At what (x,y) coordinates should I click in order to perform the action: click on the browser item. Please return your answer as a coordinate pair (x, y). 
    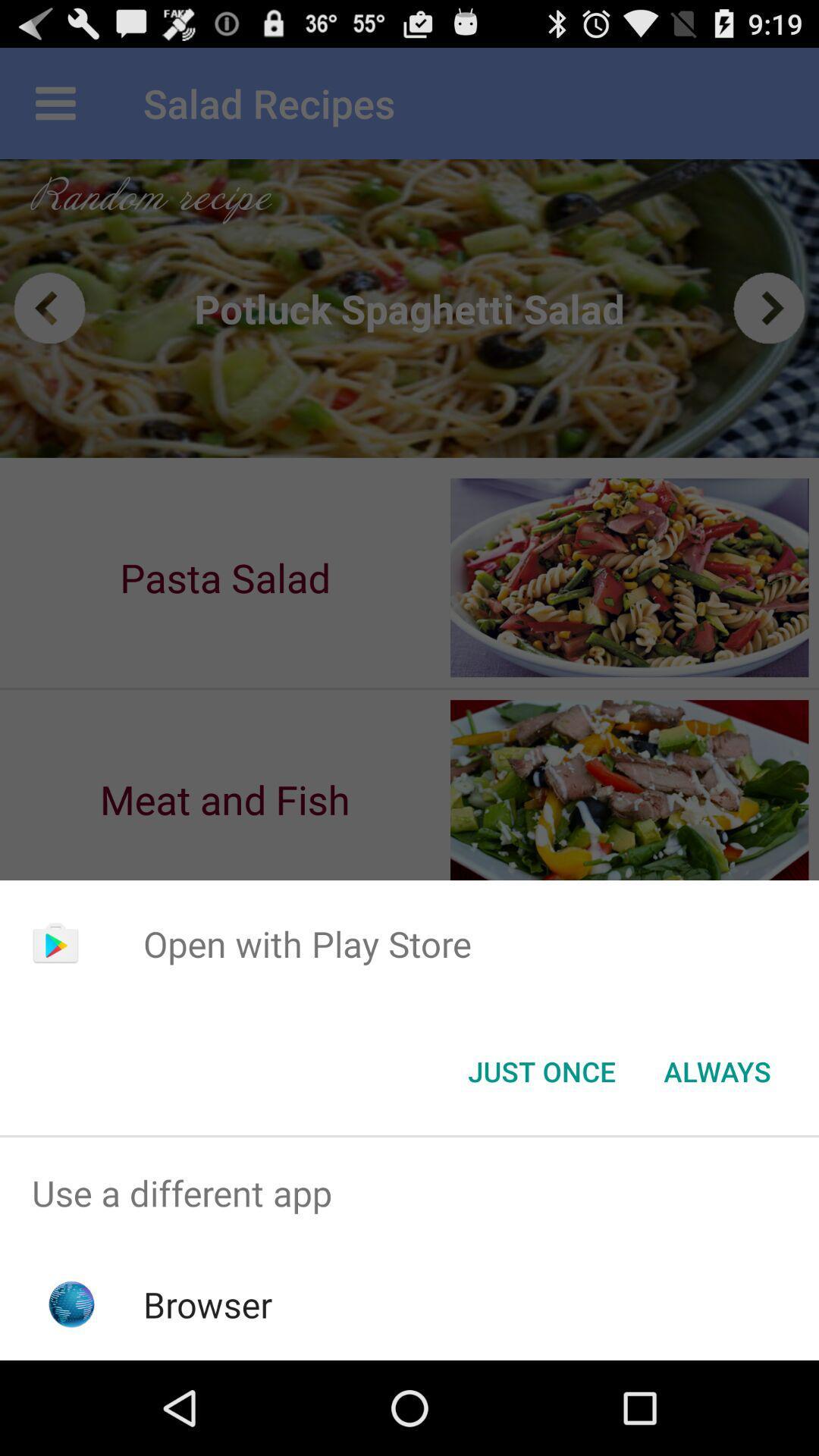
    Looking at the image, I should click on (208, 1304).